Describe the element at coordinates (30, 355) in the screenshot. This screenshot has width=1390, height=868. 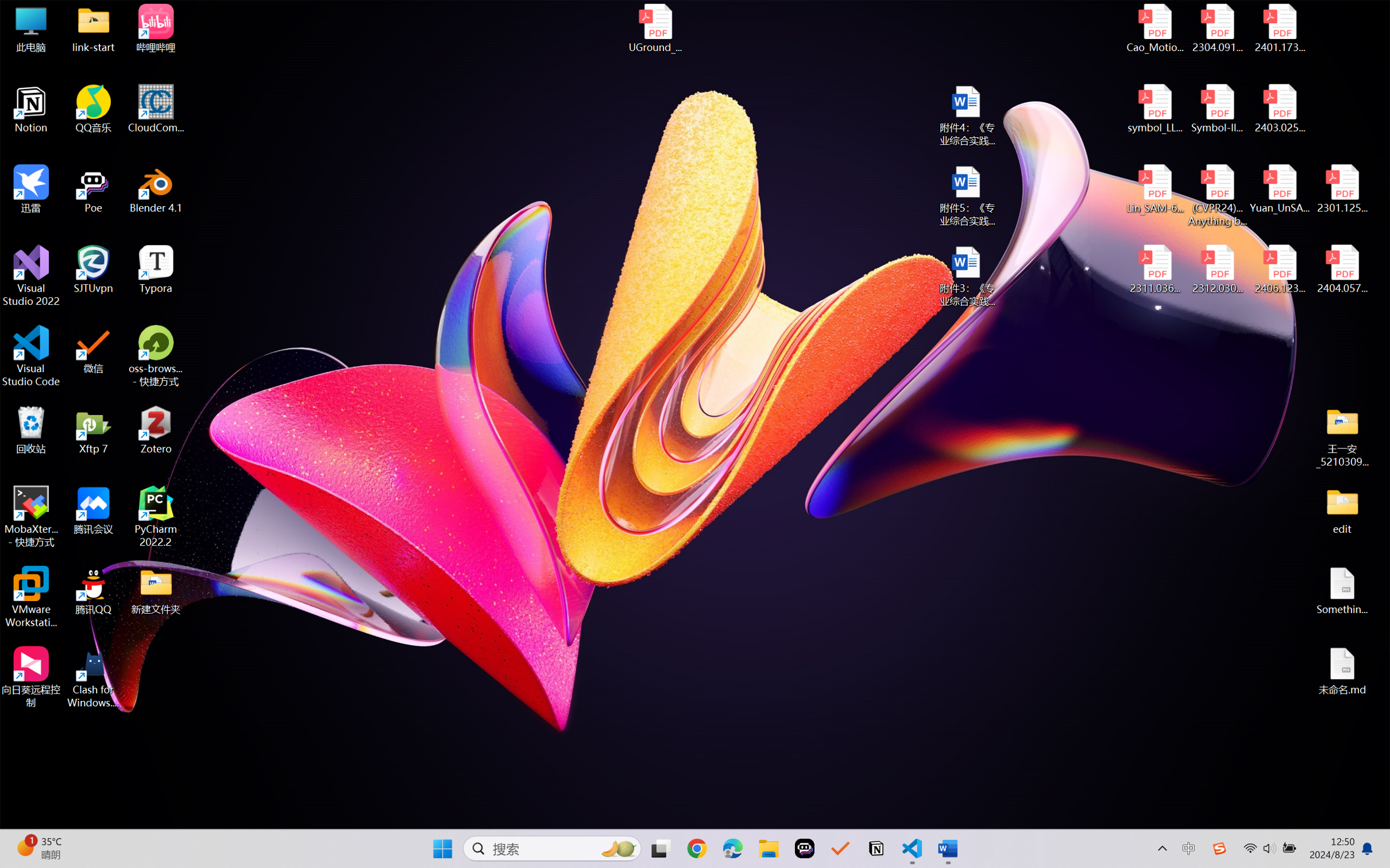
I see `'Visual Studio Code'` at that location.